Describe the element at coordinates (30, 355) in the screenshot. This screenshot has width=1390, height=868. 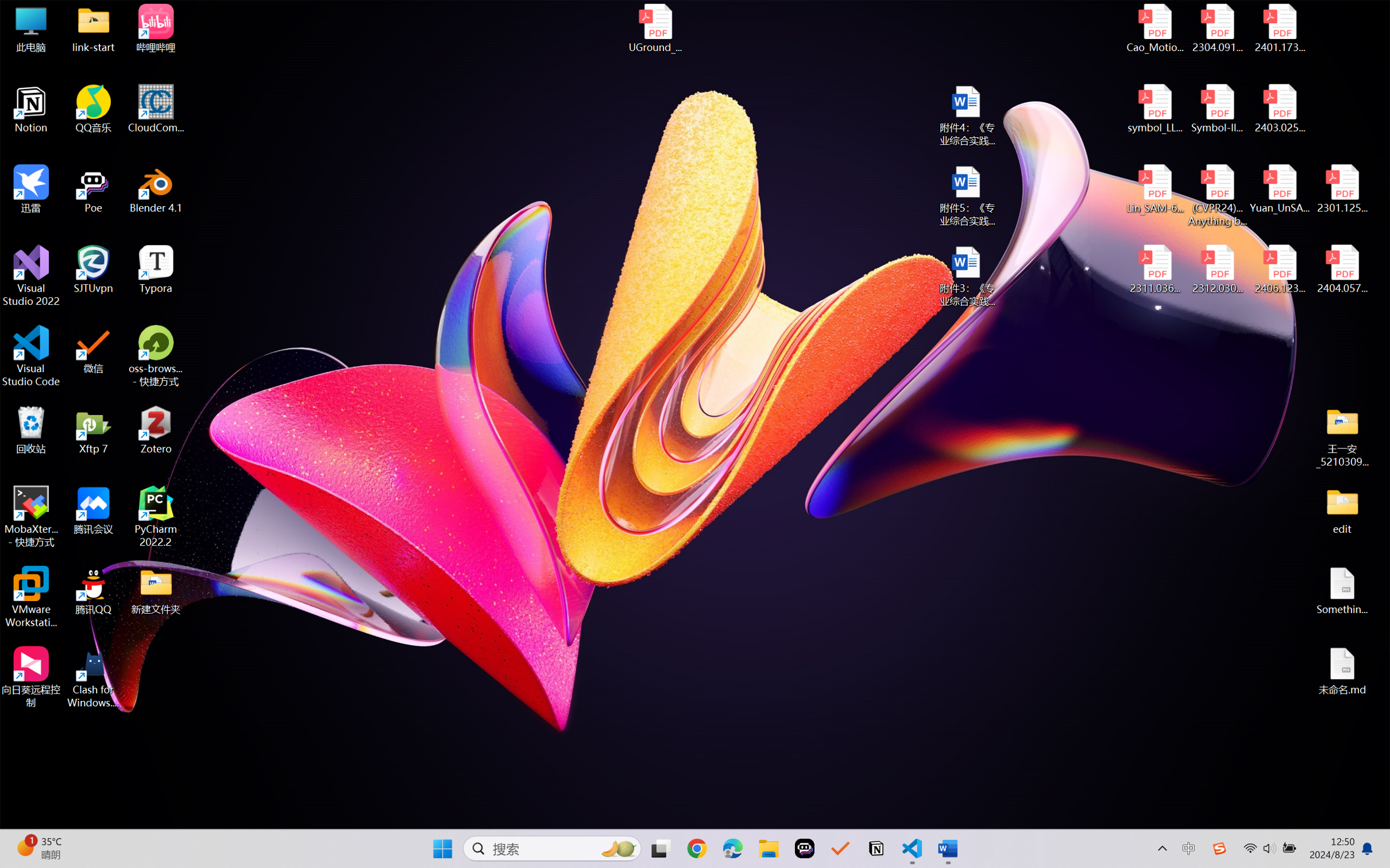
I see `'Visual Studio Code'` at that location.